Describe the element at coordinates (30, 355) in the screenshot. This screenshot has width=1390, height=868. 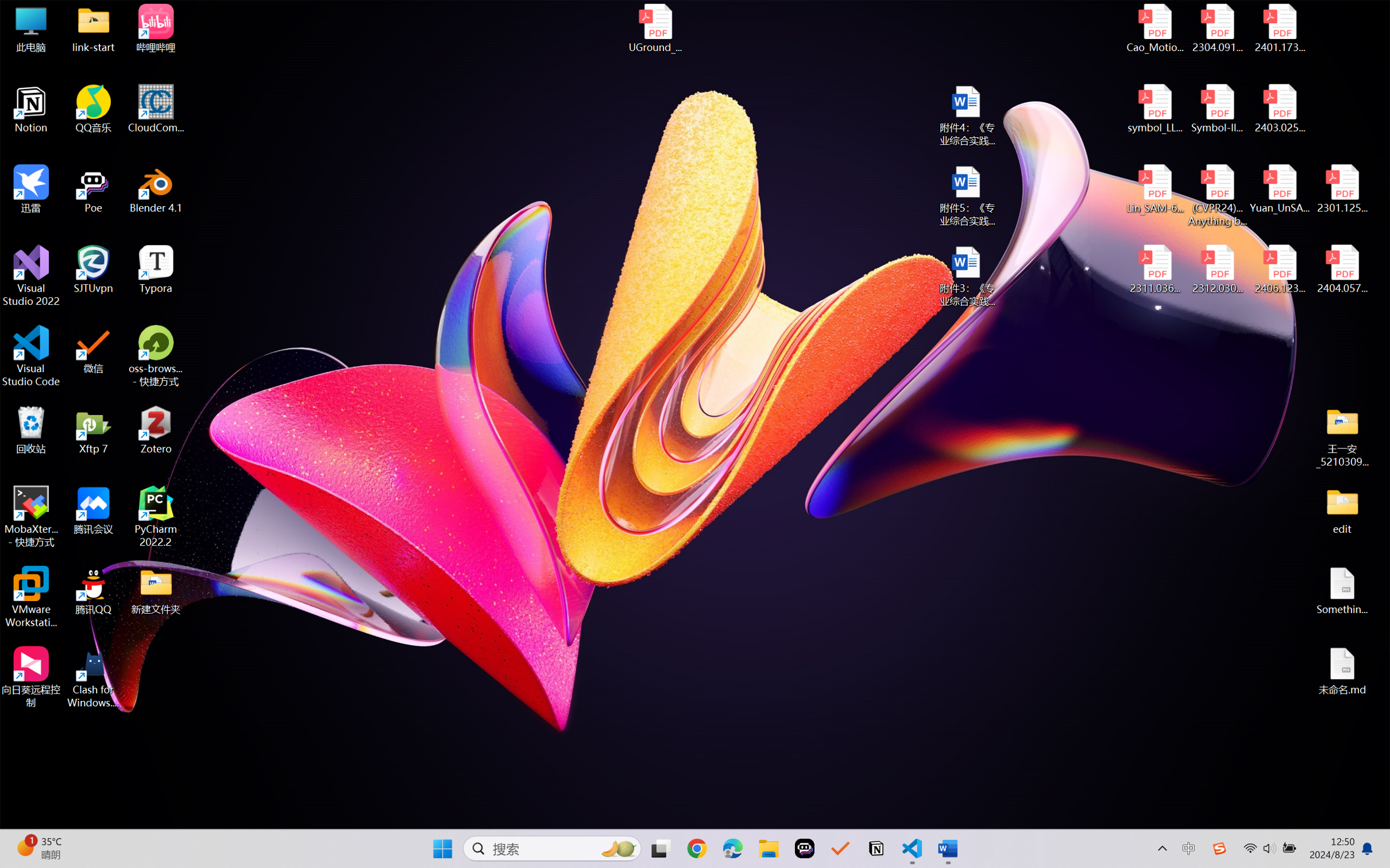
I see `'Visual Studio Code'` at that location.